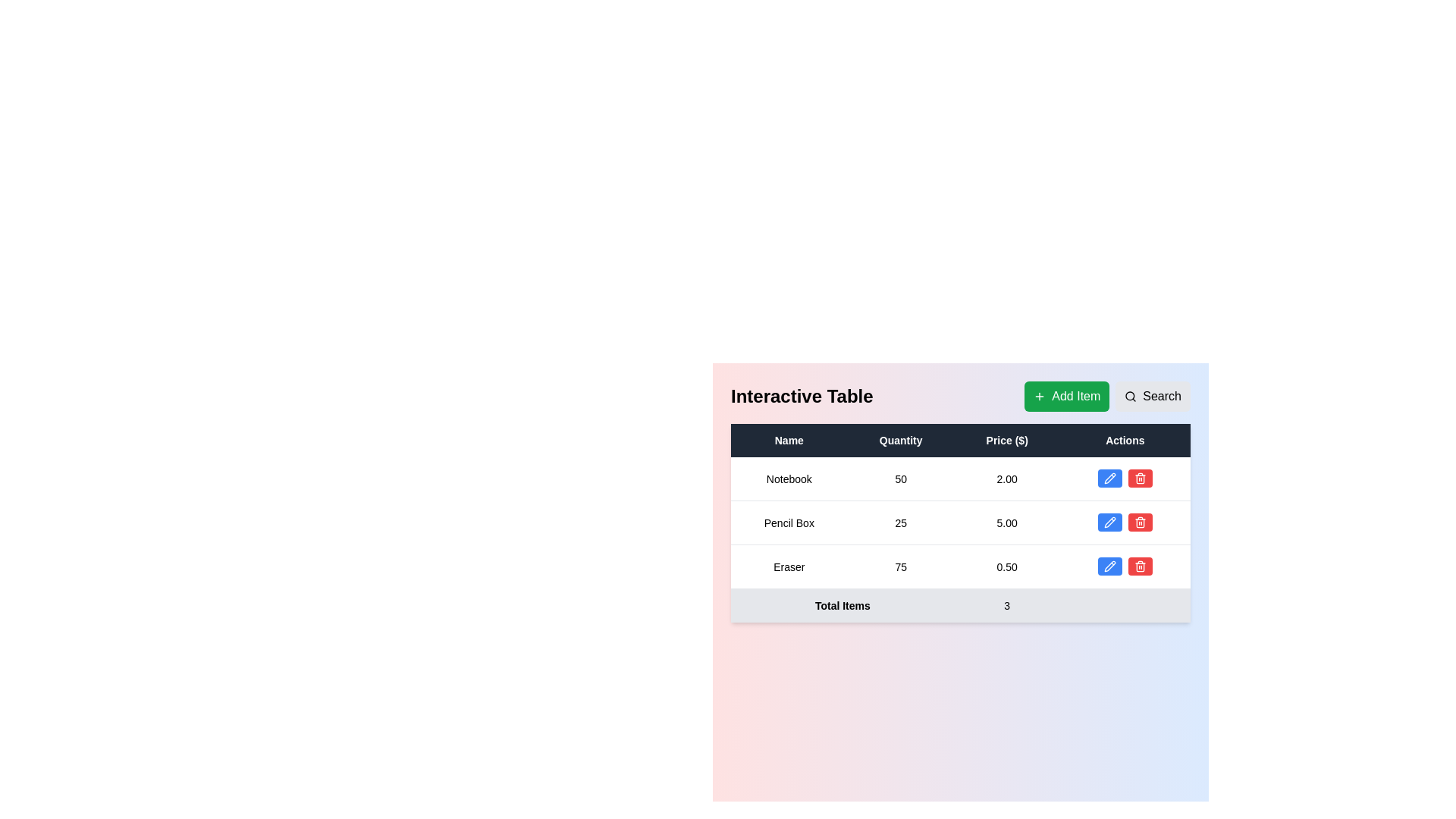 This screenshot has height=819, width=1456. Describe the element at coordinates (1140, 522) in the screenshot. I see `the delete icon within the red background button in the 'Actions' column of the 'Pencil Box' row` at that location.